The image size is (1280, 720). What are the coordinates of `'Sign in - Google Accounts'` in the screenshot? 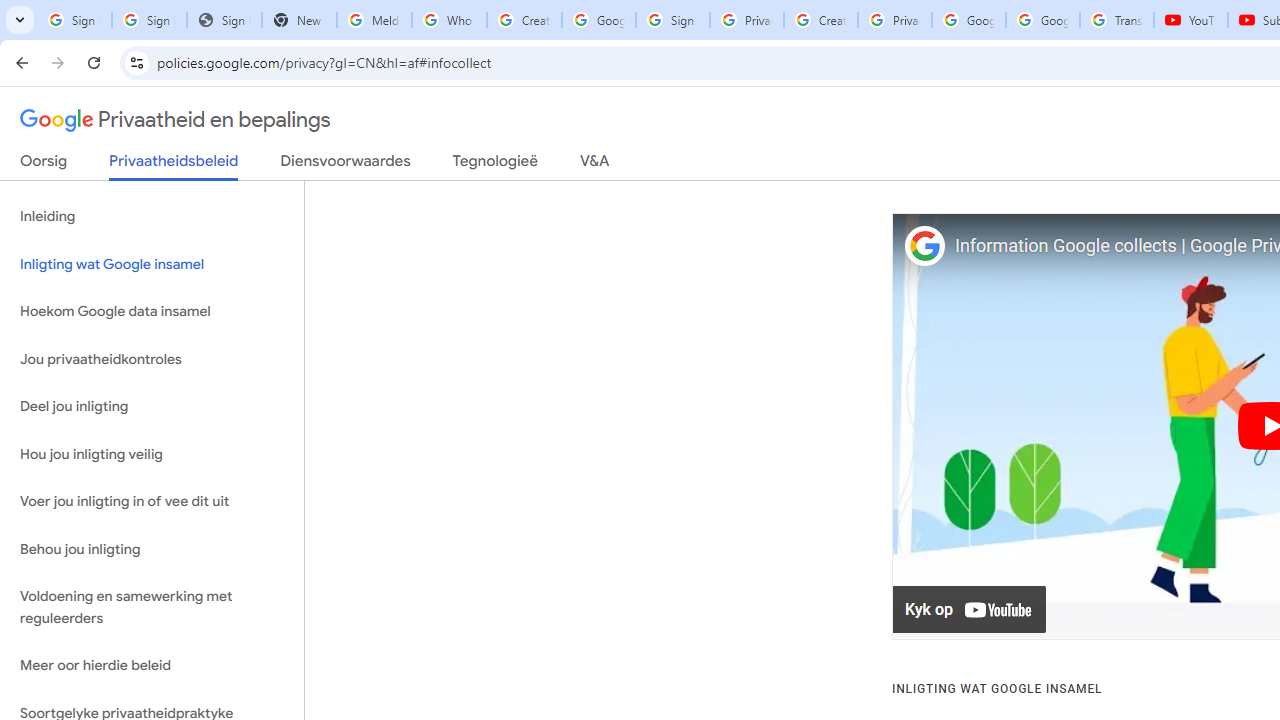 It's located at (673, 20).